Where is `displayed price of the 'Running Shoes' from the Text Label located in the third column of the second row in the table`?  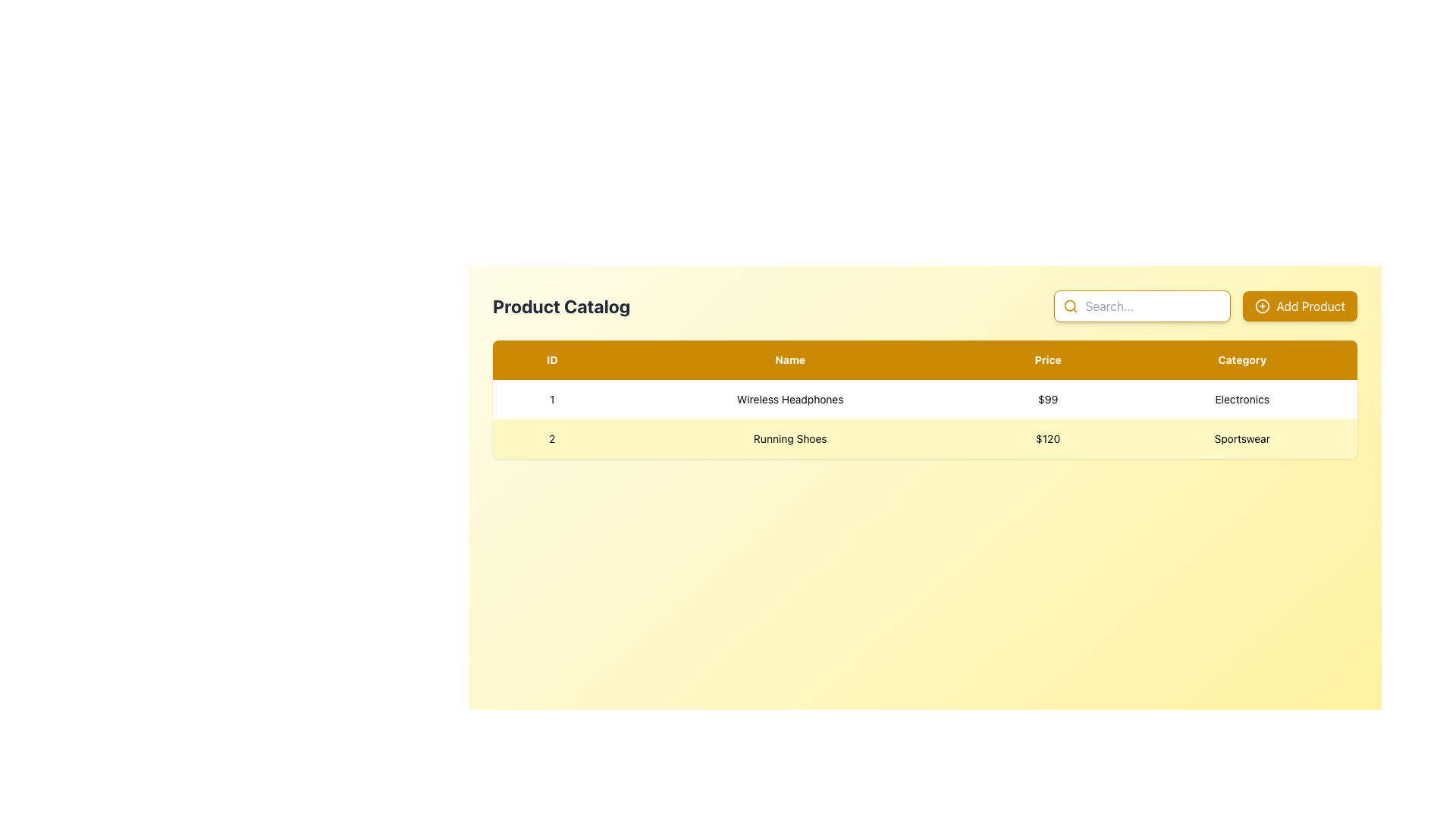 displayed price of the 'Running Shoes' from the Text Label located in the third column of the second row in the table is located at coordinates (1047, 438).